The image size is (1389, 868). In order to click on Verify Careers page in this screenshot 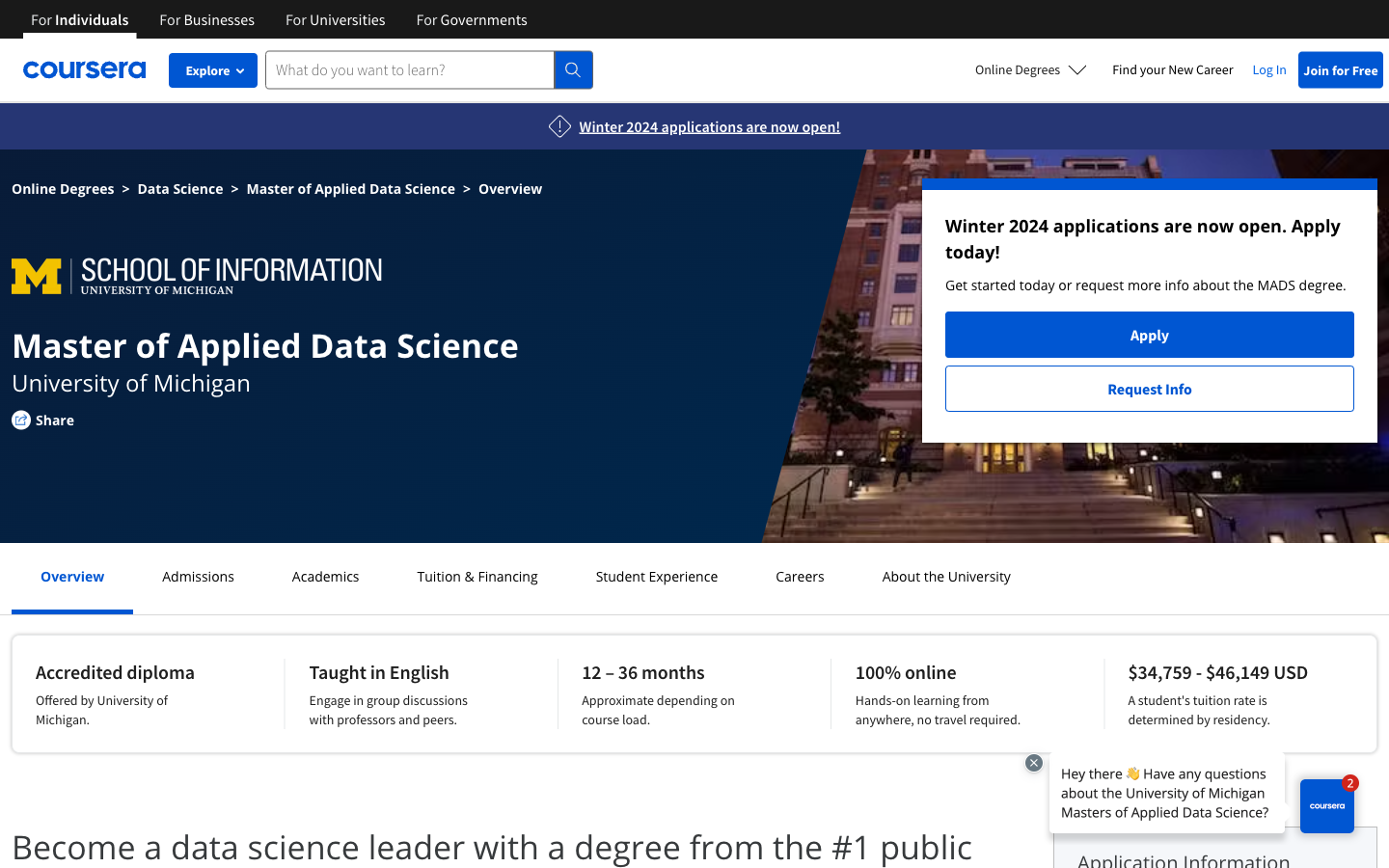, I will do `click(800, 576)`.